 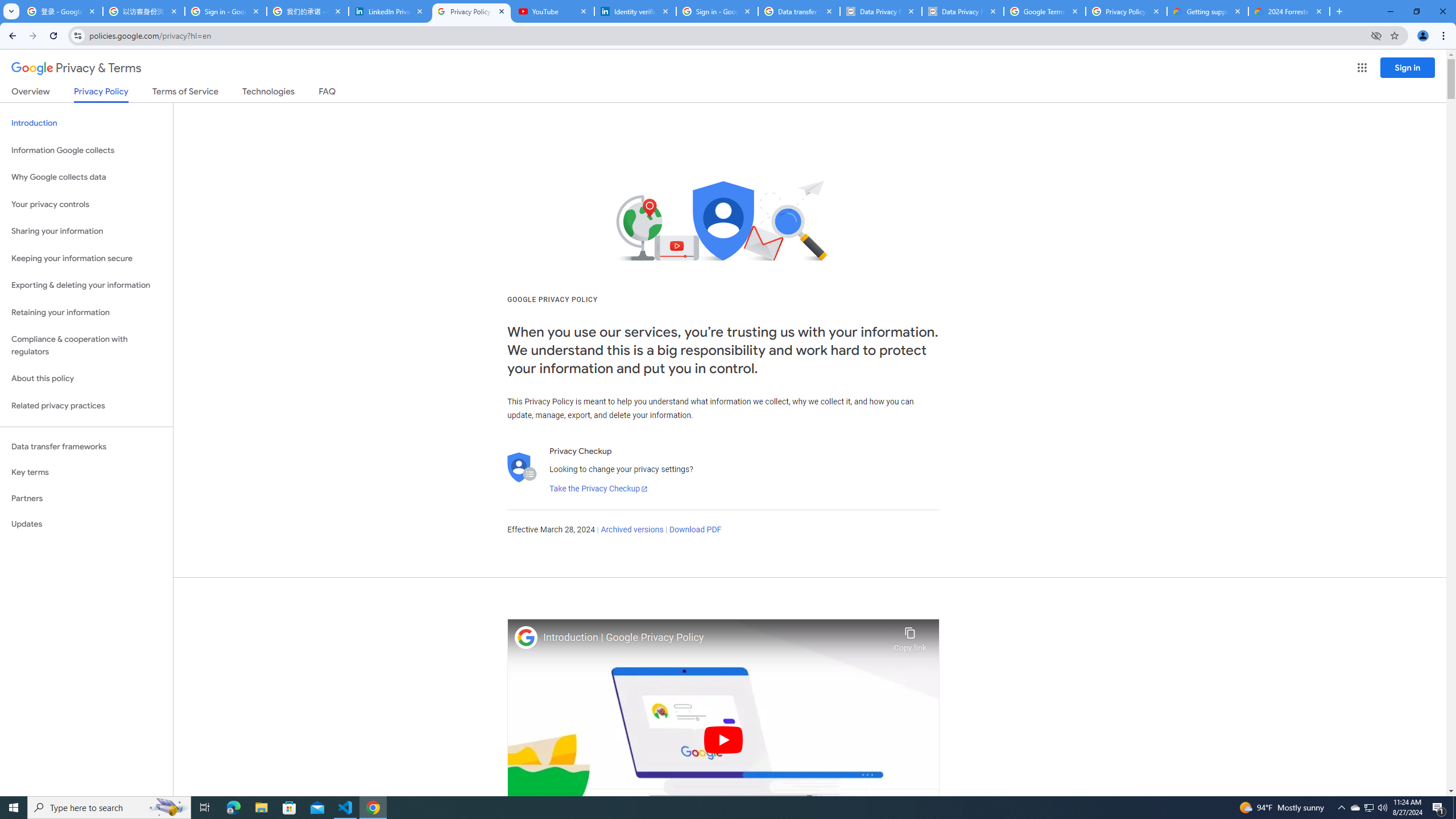 I want to click on 'Photo image of Google', so click(x=526, y=636).